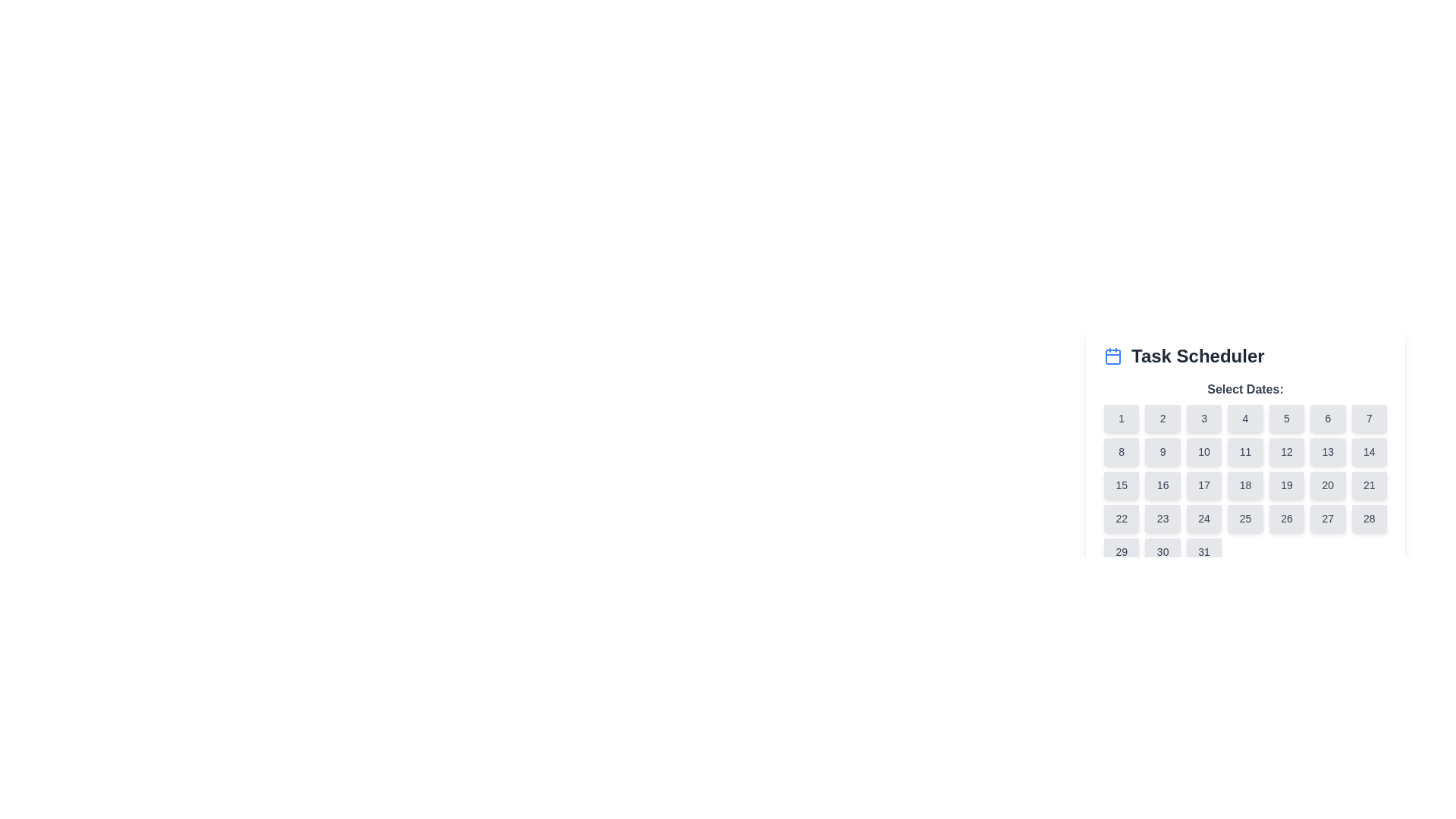  I want to click on the selectable day button representing the 30th date in the calendar interface, so click(1162, 552).